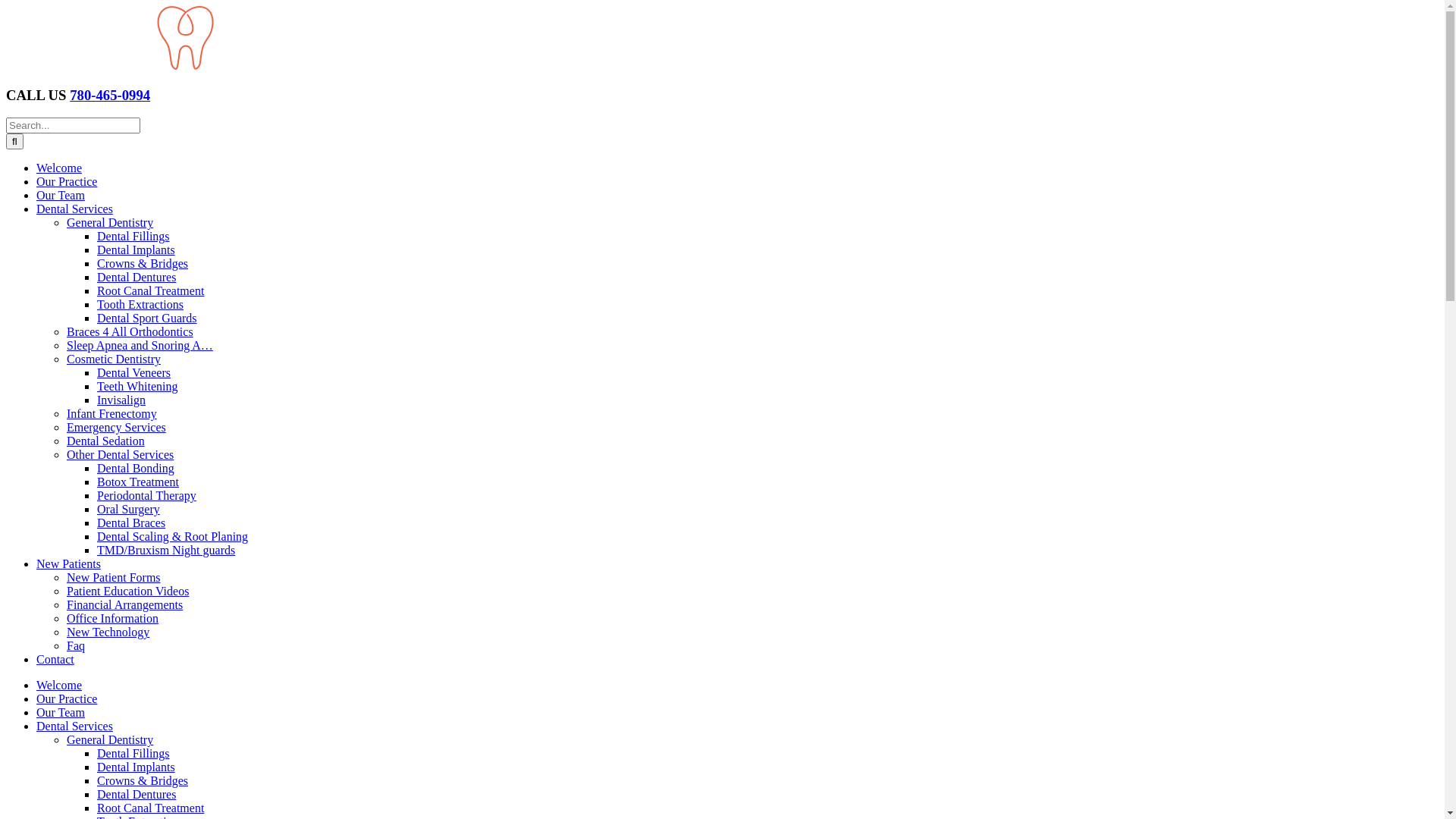  I want to click on 'Dental Sedation', so click(105, 441).